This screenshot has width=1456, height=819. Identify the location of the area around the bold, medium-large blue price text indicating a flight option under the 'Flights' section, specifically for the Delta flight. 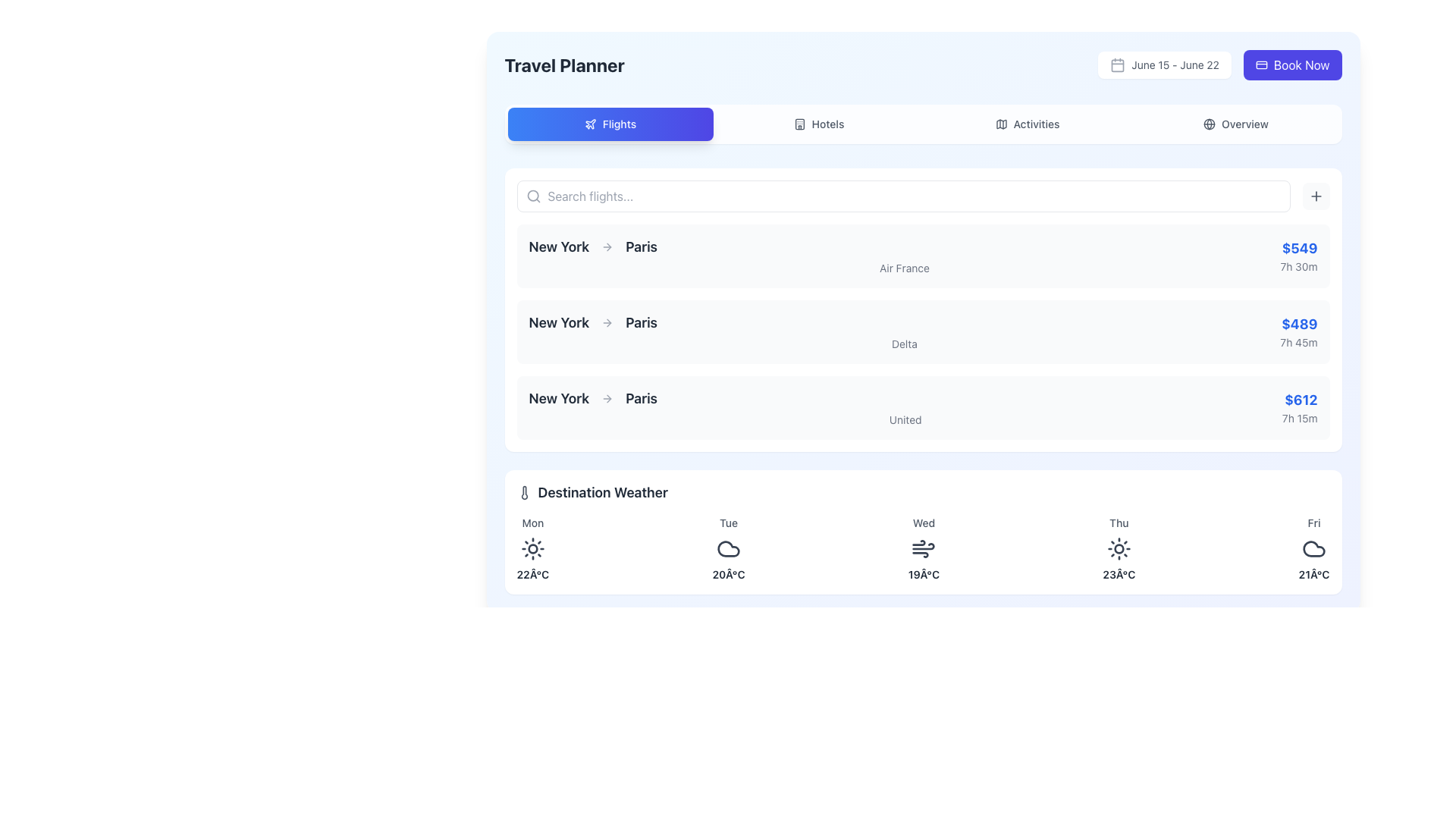
(1298, 324).